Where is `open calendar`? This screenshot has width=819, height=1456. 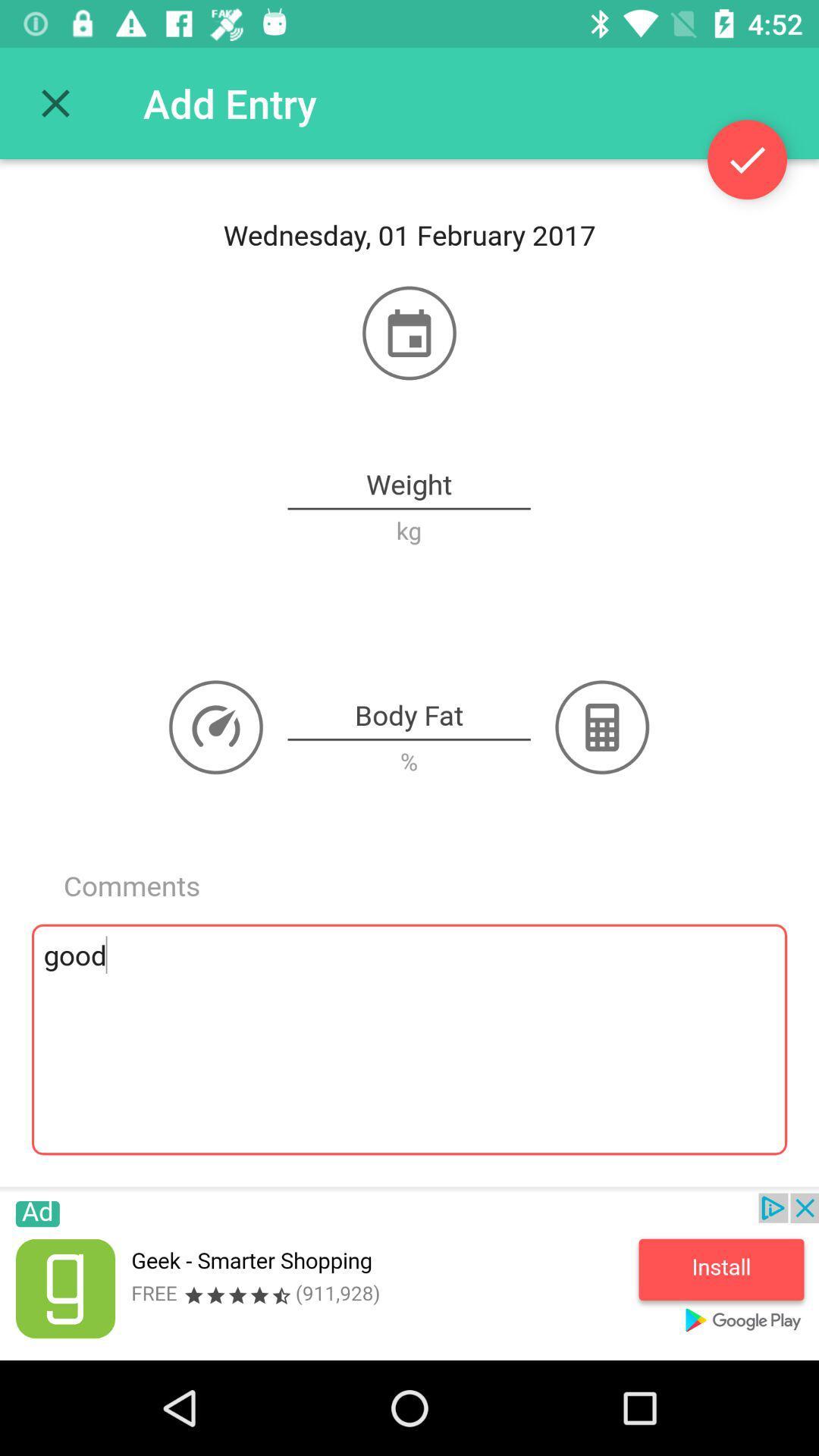
open calendar is located at coordinates (409, 332).